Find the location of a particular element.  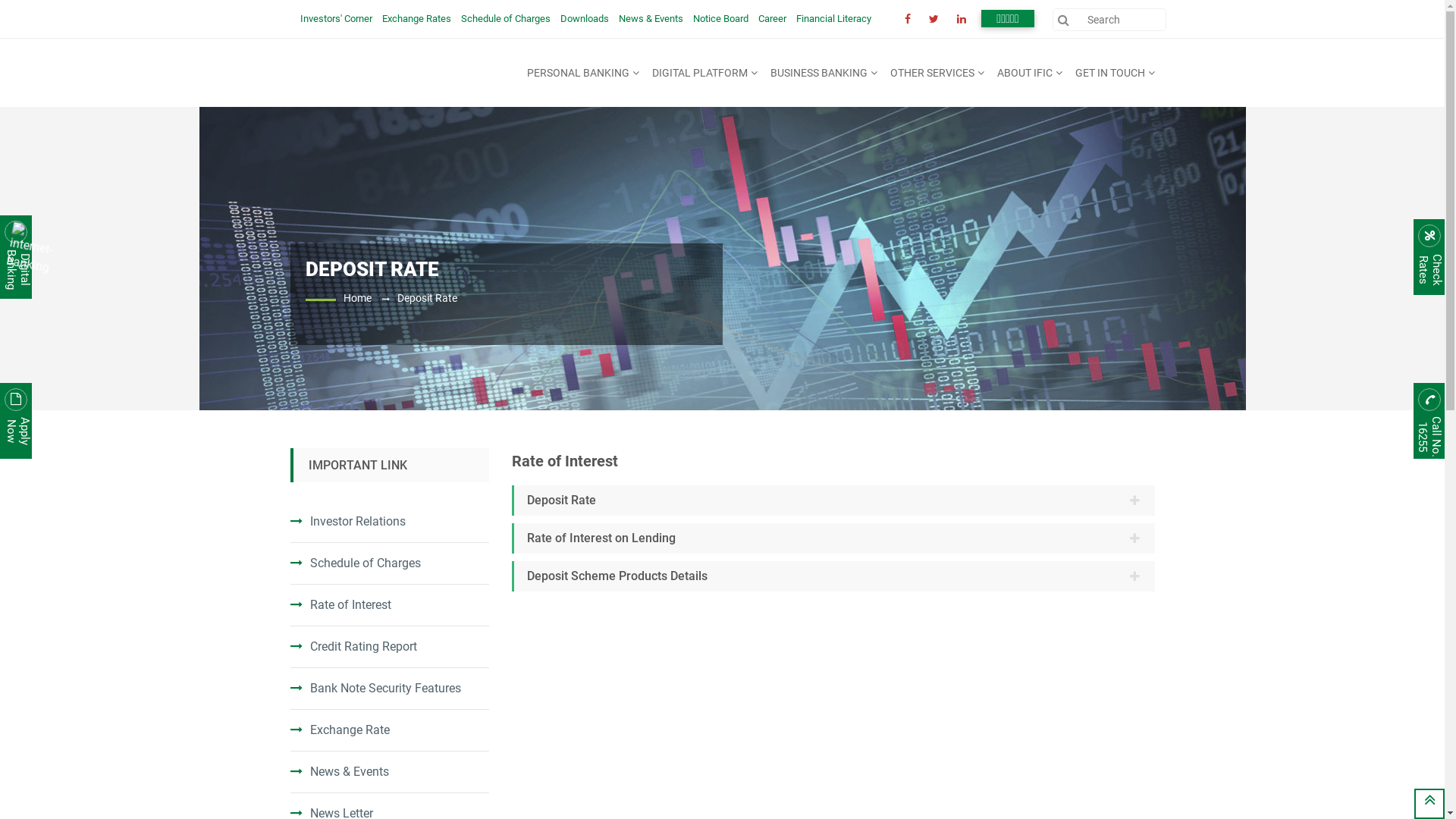

'GET IN TOUCH' is located at coordinates (1111, 73).